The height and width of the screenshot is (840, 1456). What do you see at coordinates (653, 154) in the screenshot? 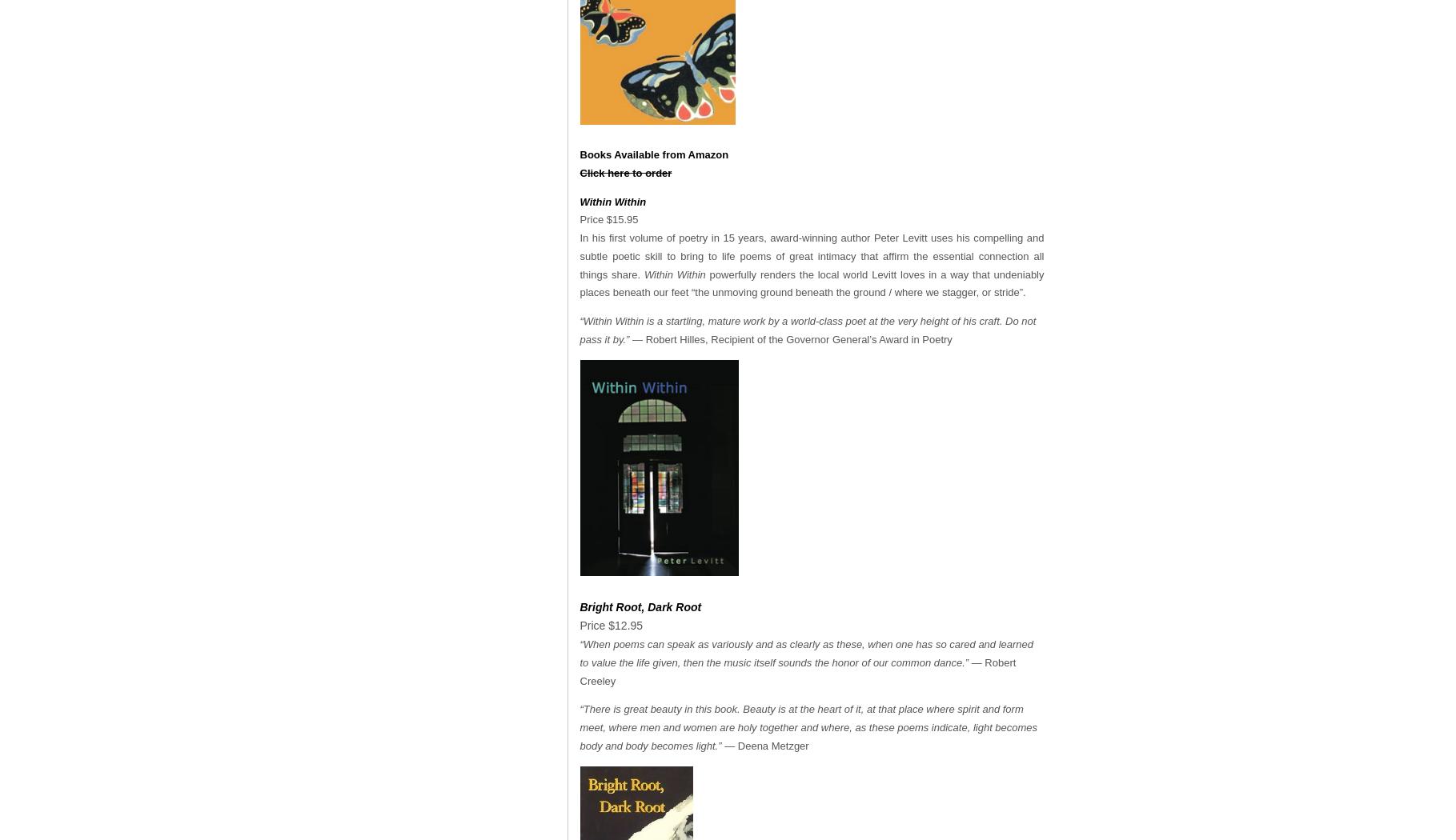
I see `'Books Available from Amazon'` at bounding box center [653, 154].